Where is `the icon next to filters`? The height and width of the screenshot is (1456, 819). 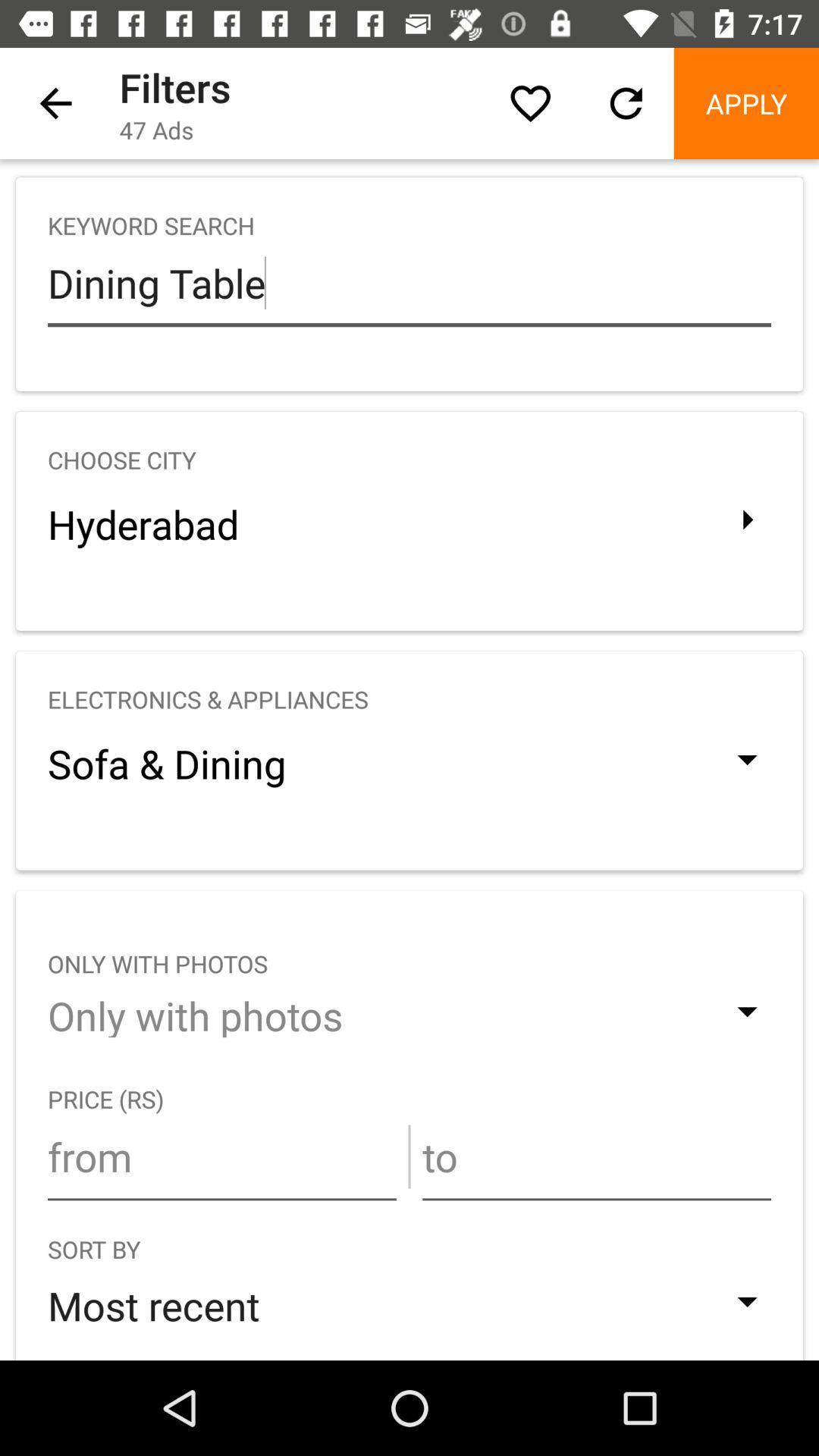
the icon next to filters is located at coordinates (55, 102).